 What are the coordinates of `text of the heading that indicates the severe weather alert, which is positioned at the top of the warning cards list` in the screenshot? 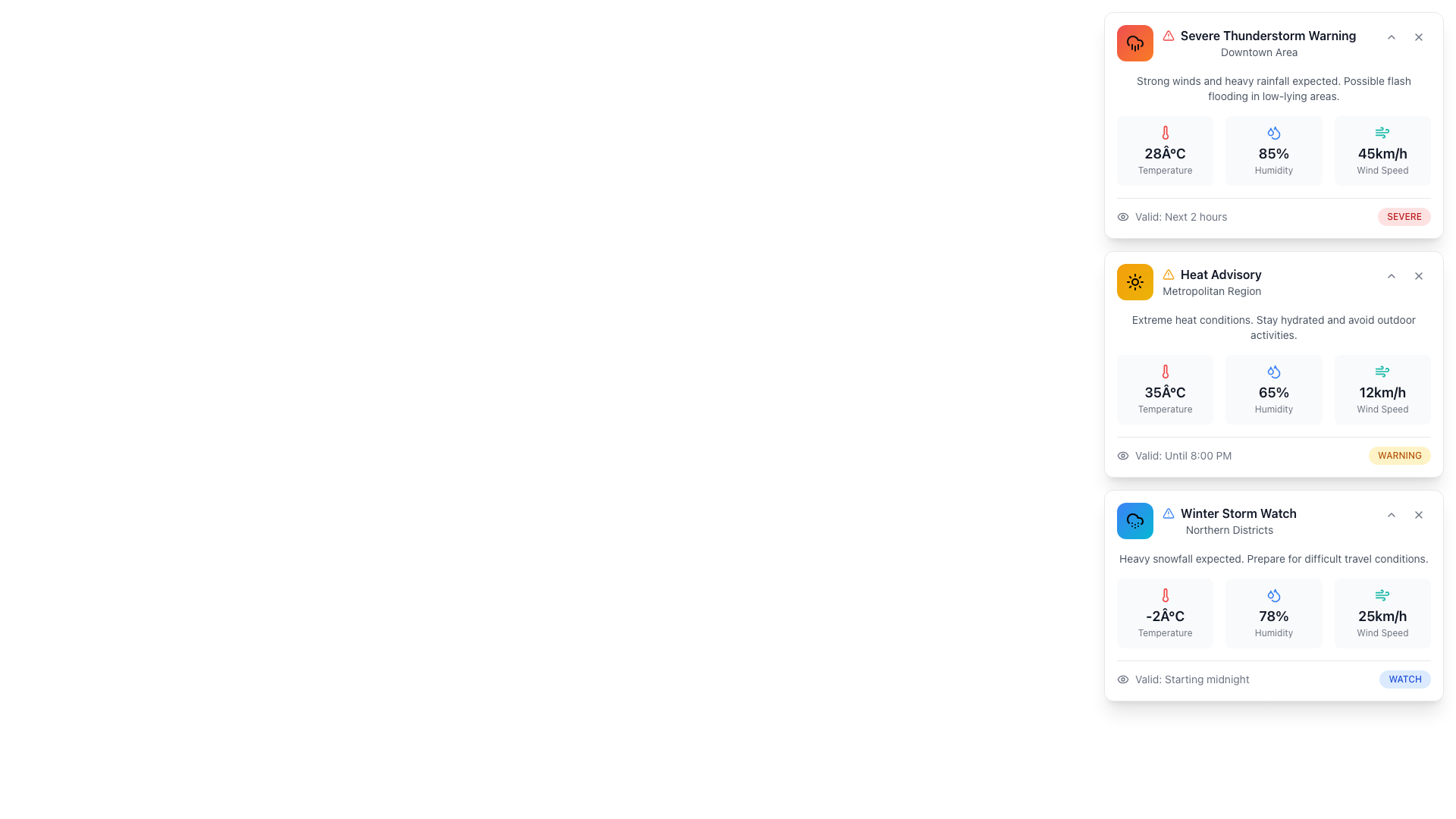 It's located at (1274, 42).